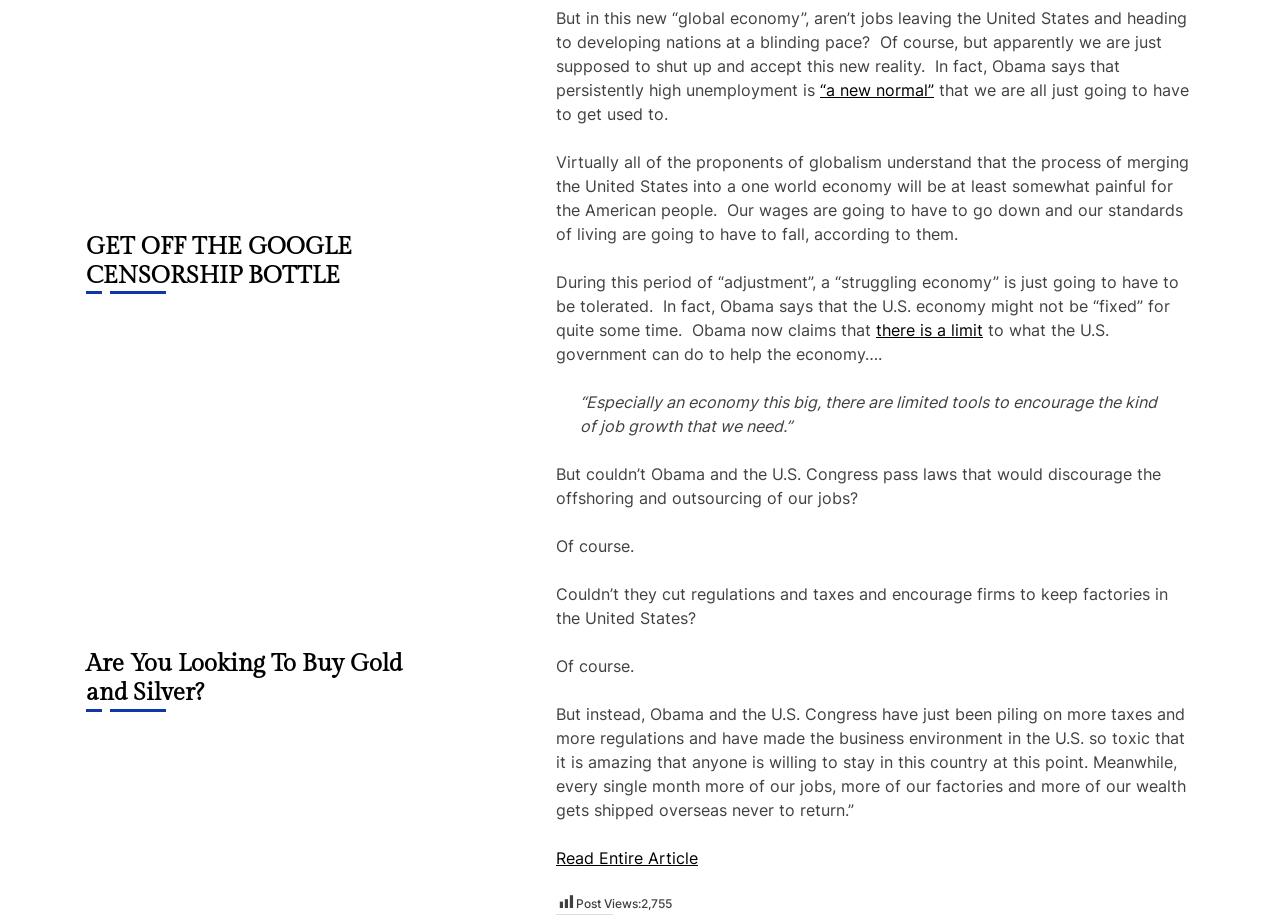  What do you see at coordinates (861, 605) in the screenshot?
I see `'Couldn’t they cut regulations and taxes and encourage firms to keep factories in the United States?'` at bounding box center [861, 605].